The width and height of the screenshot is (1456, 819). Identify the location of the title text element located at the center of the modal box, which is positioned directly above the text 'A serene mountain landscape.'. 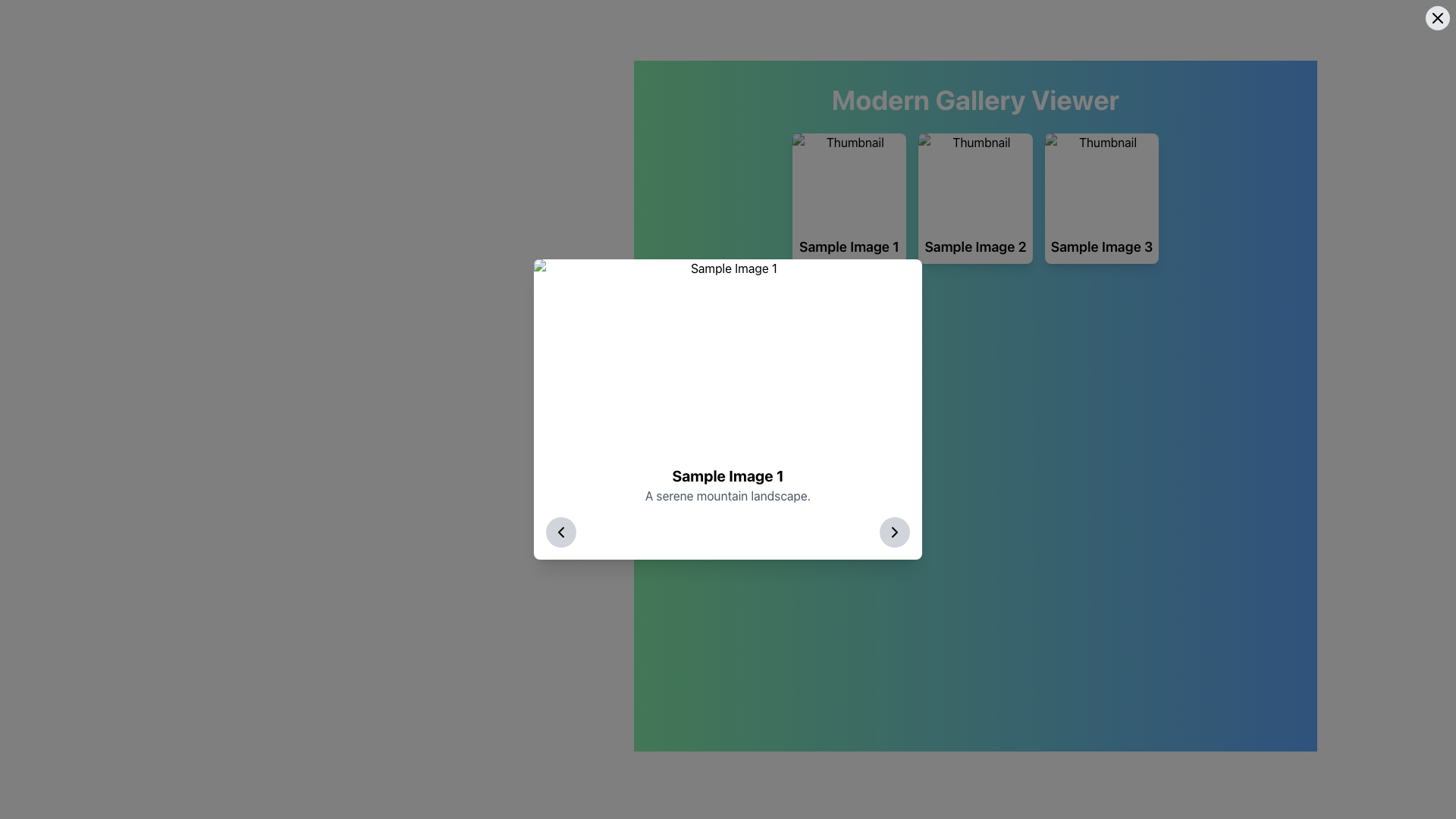
(728, 475).